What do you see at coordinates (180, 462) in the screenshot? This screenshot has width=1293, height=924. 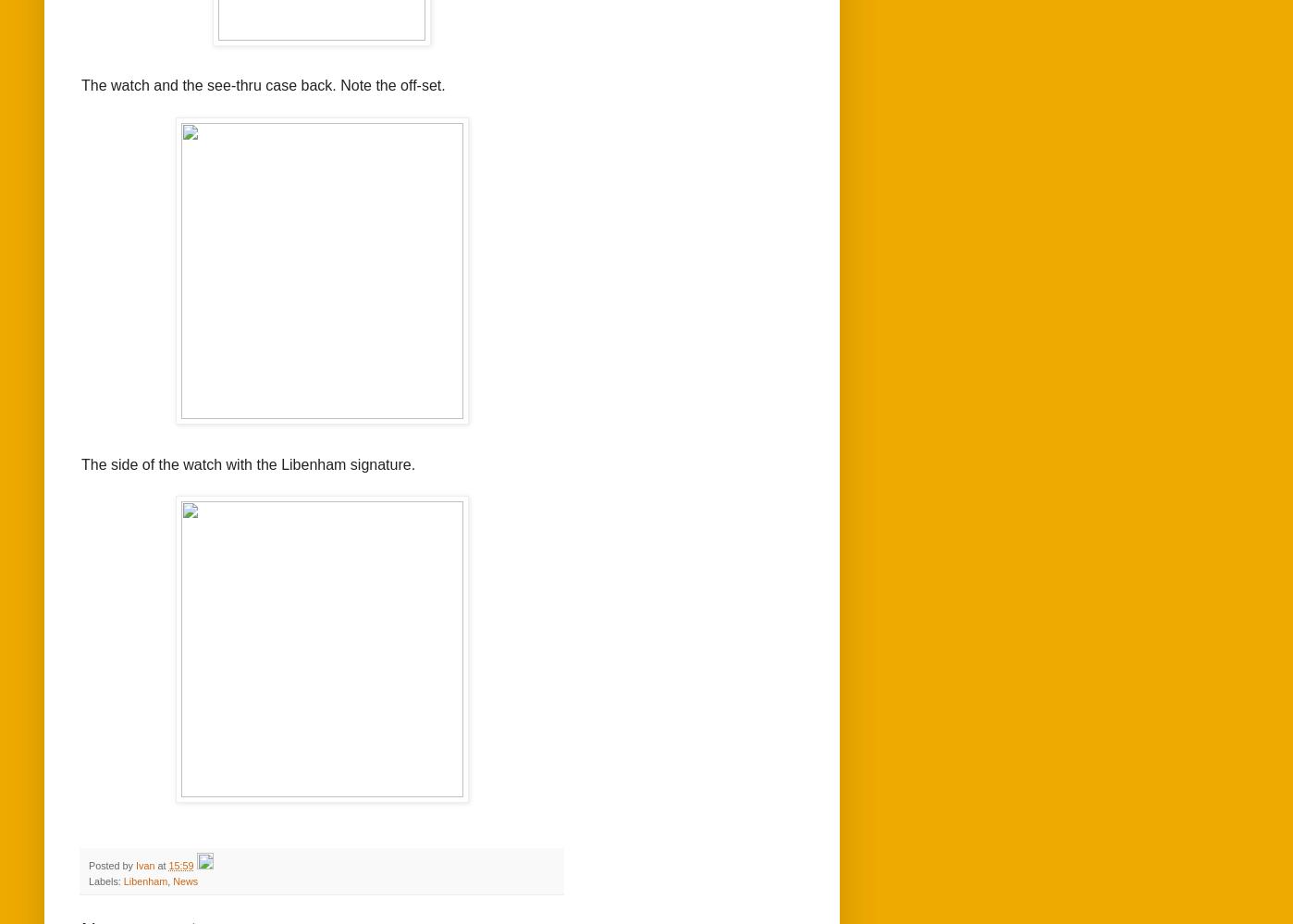 I see `'The side of the watch with the'` at bounding box center [180, 462].